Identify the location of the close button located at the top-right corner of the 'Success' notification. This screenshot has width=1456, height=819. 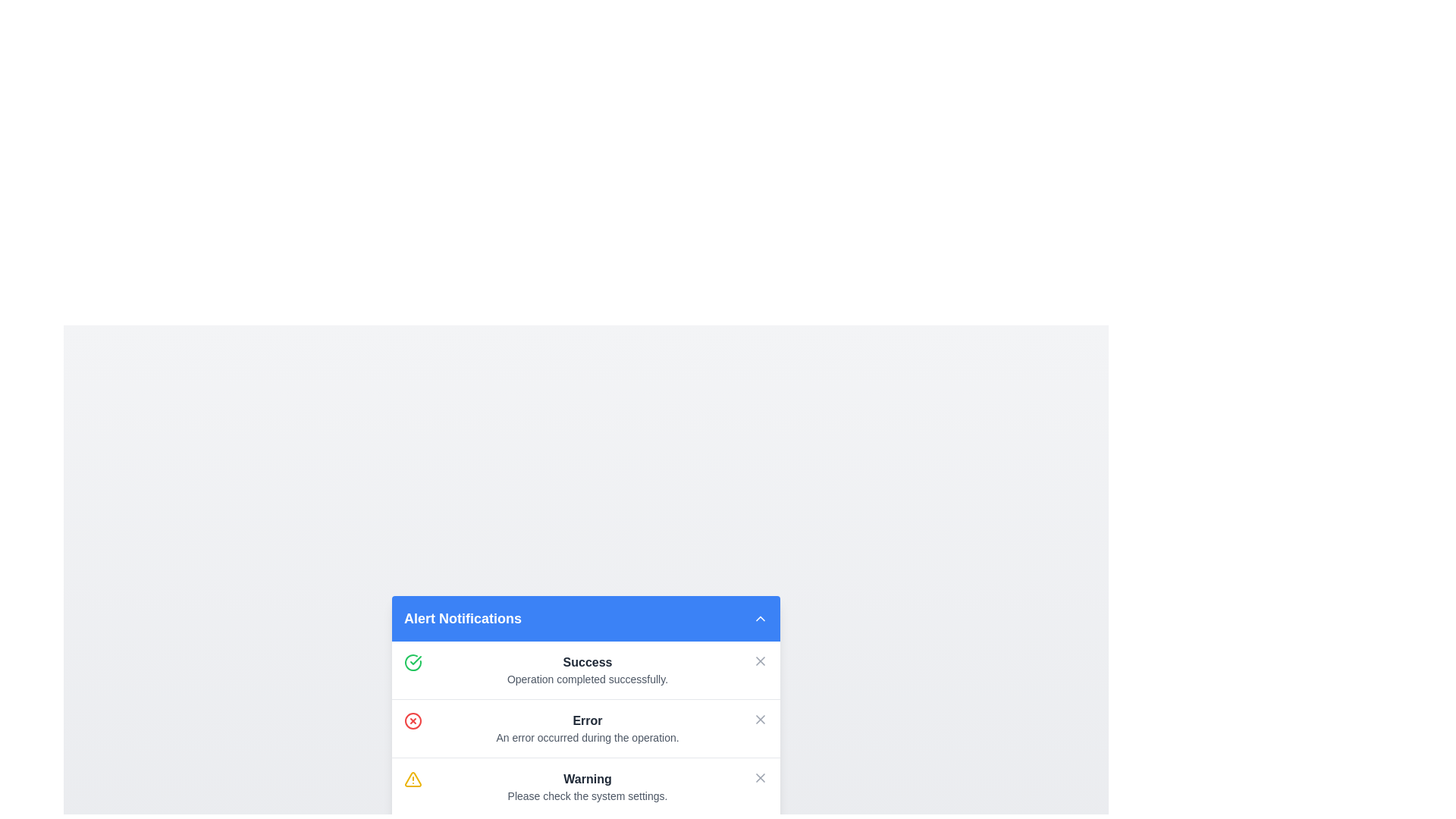
(761, 660).